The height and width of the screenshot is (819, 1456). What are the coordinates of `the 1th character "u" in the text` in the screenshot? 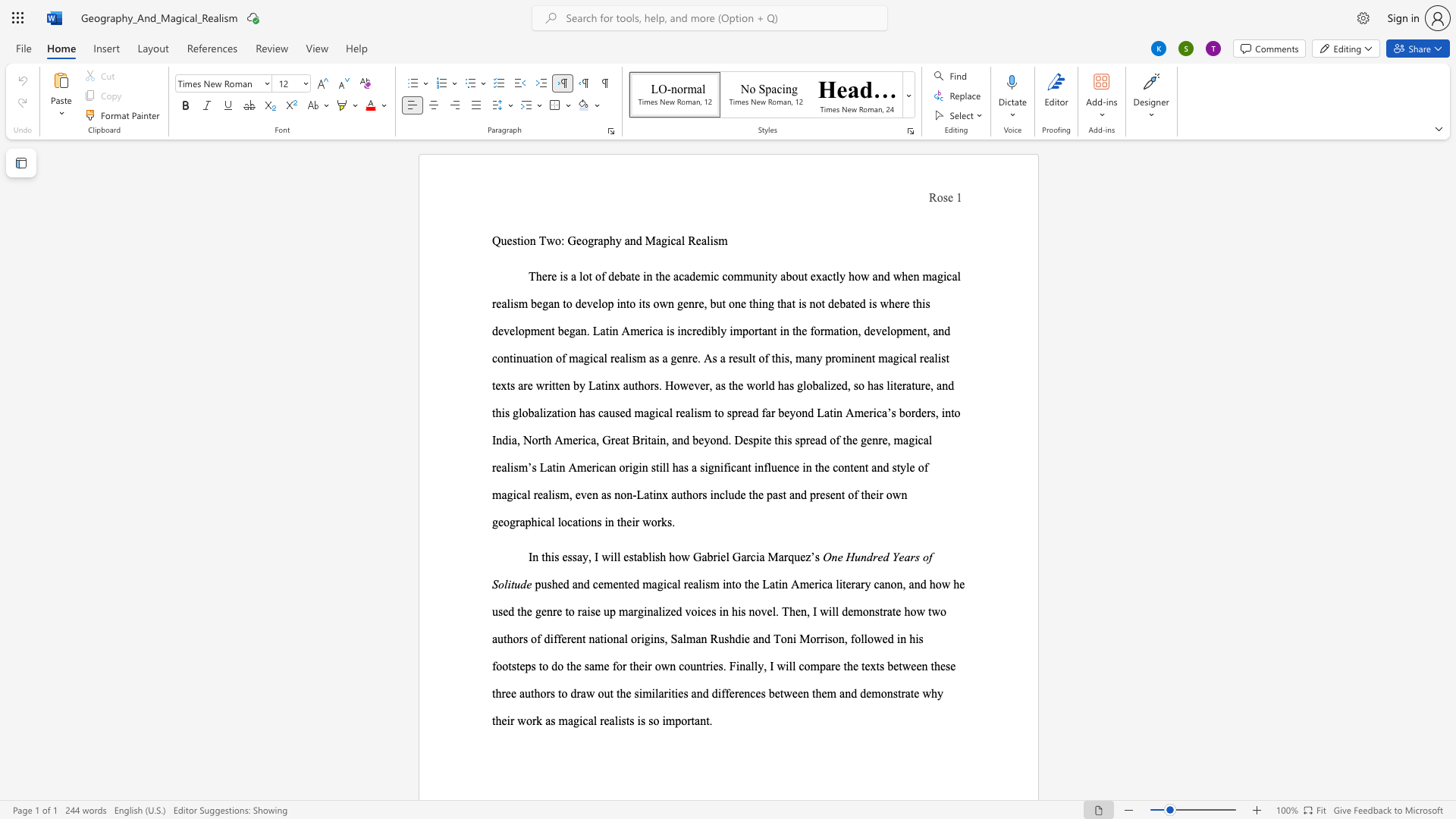 It's located at (692, 665).